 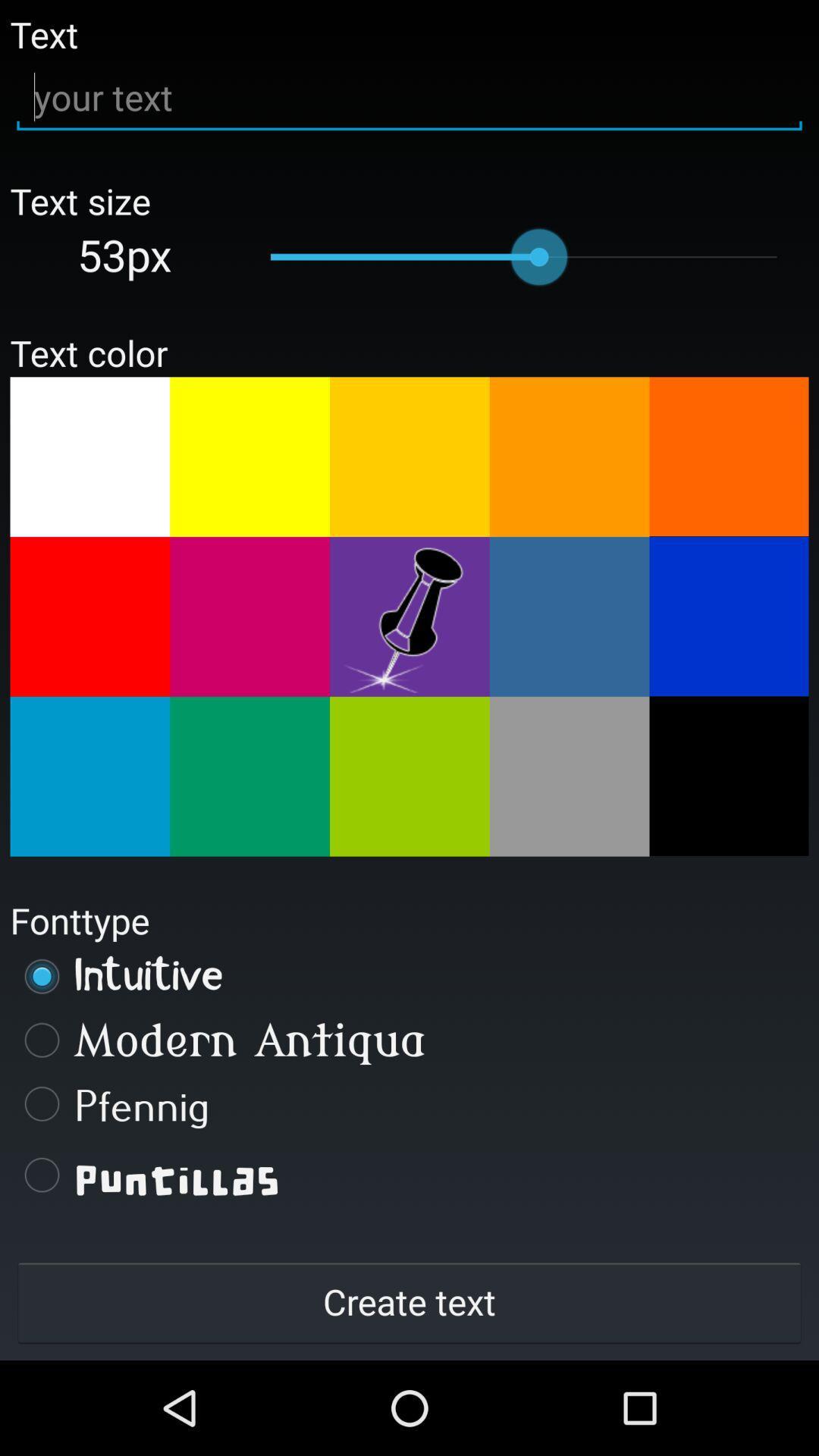 I want to click on color, so click(x=409, y=456).